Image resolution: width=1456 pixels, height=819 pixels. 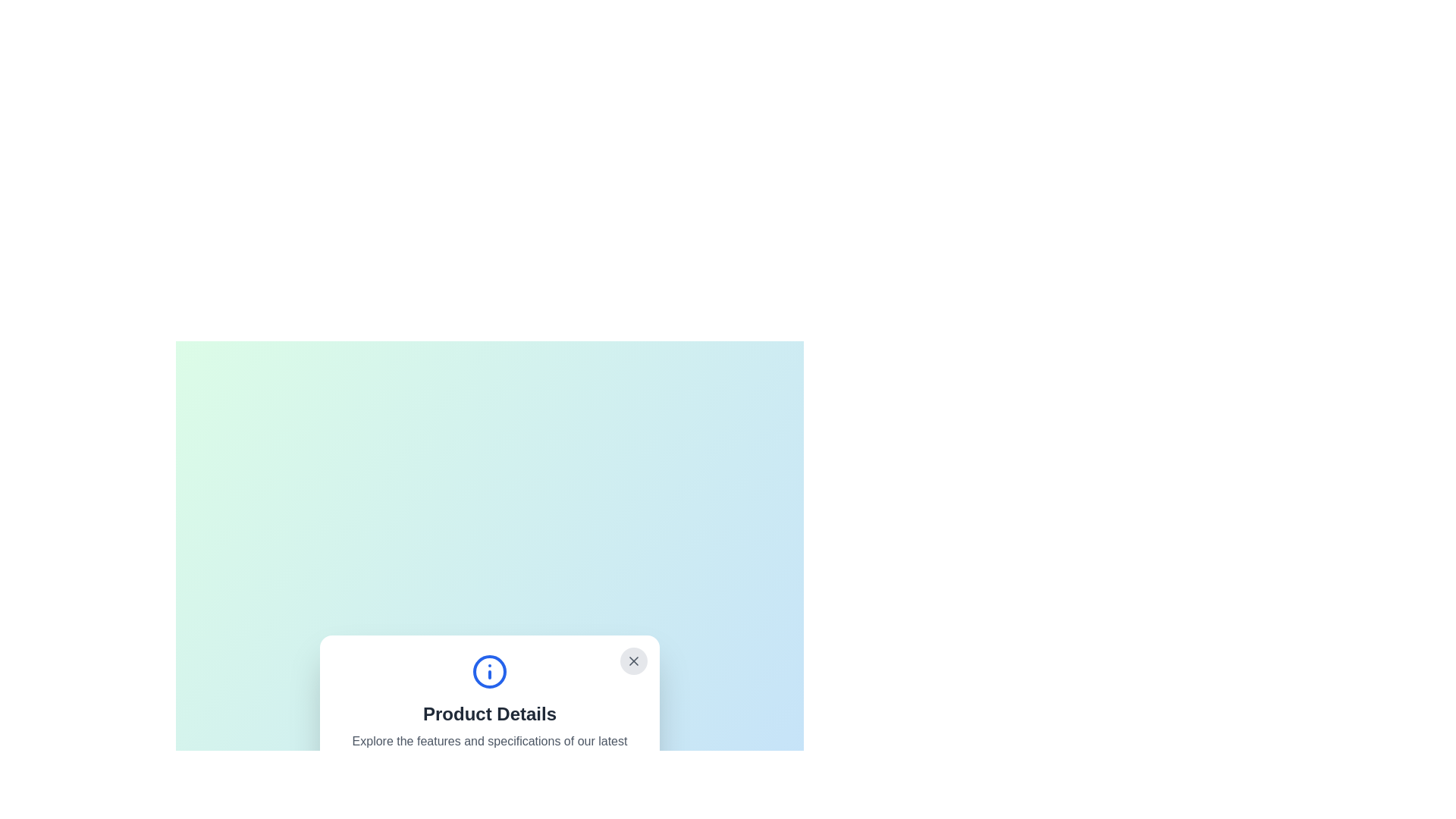 I want to click on the 'X' icon in the top-right corner of the product details section, so click(x=633, y=660).